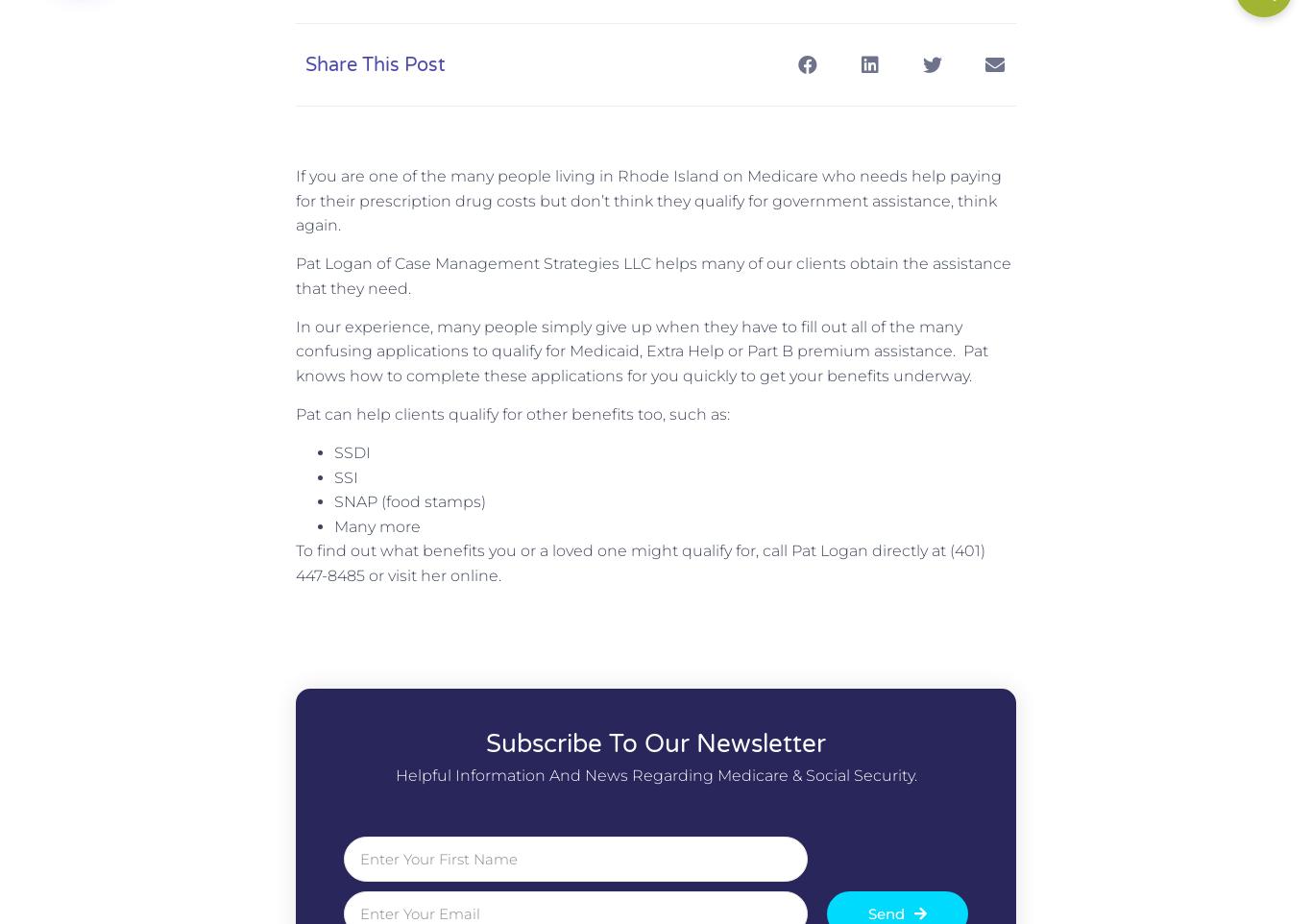 This screenshot has height=924, width=1312. Describe the element at coordinates (376, 525) in the screenshot. I see `'Many more'` at that location.